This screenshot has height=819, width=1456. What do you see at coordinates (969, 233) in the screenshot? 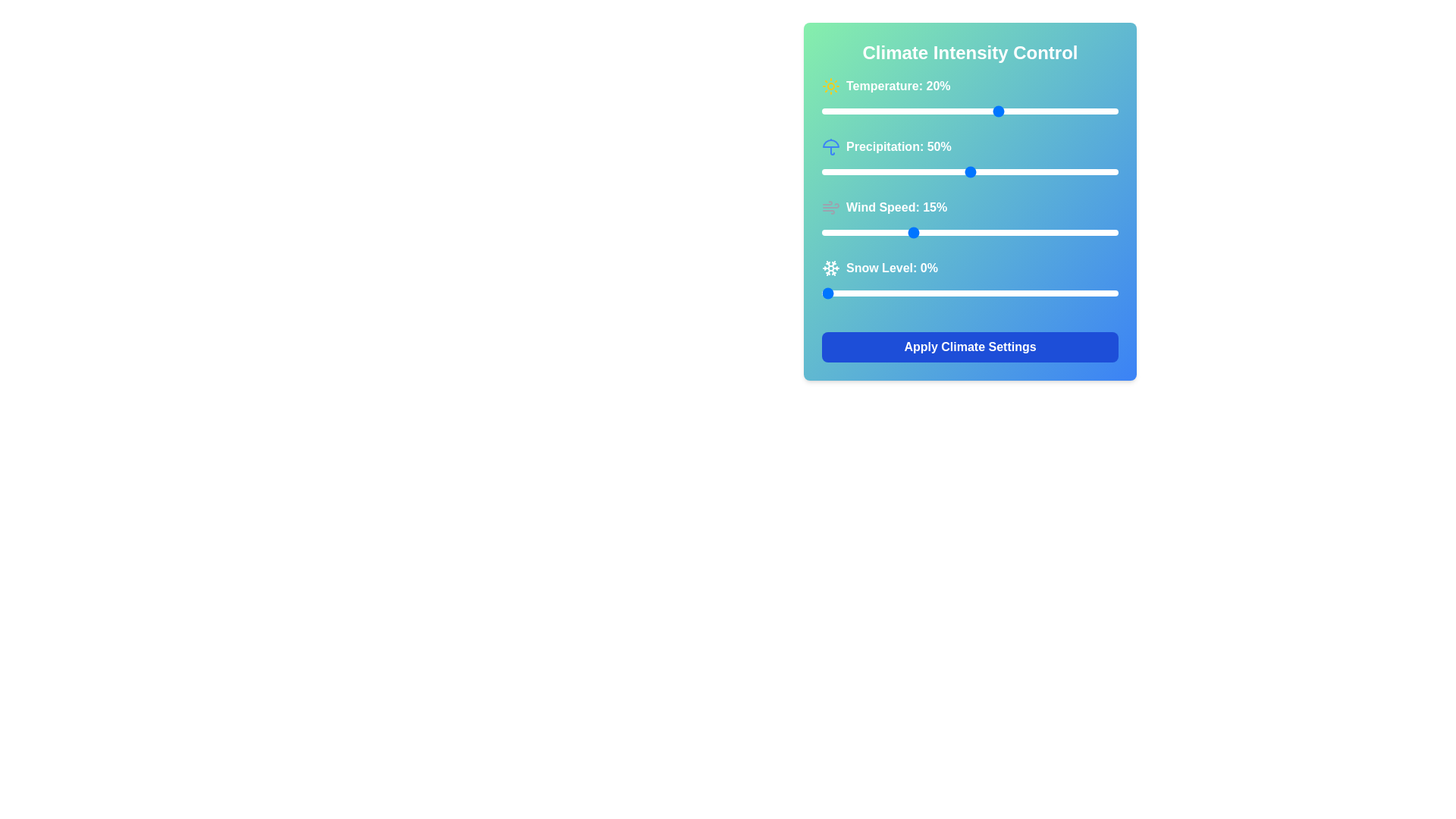
I see `wind speed` at bounding box center [969, 233].